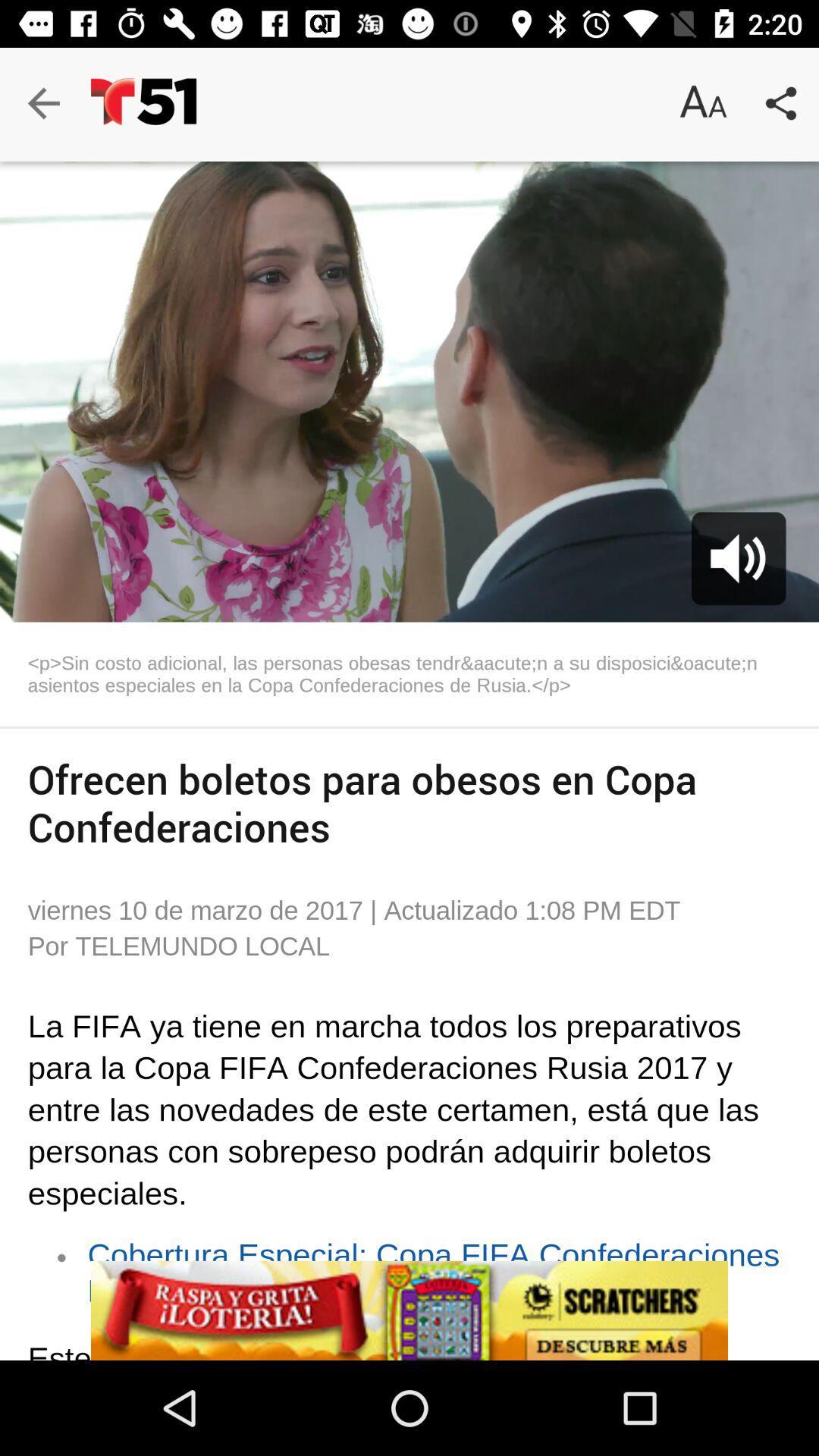  What do you see at coordinates (739, 557) in the screenshot?
I see `the volume icon` at bounding box center [739, 557].